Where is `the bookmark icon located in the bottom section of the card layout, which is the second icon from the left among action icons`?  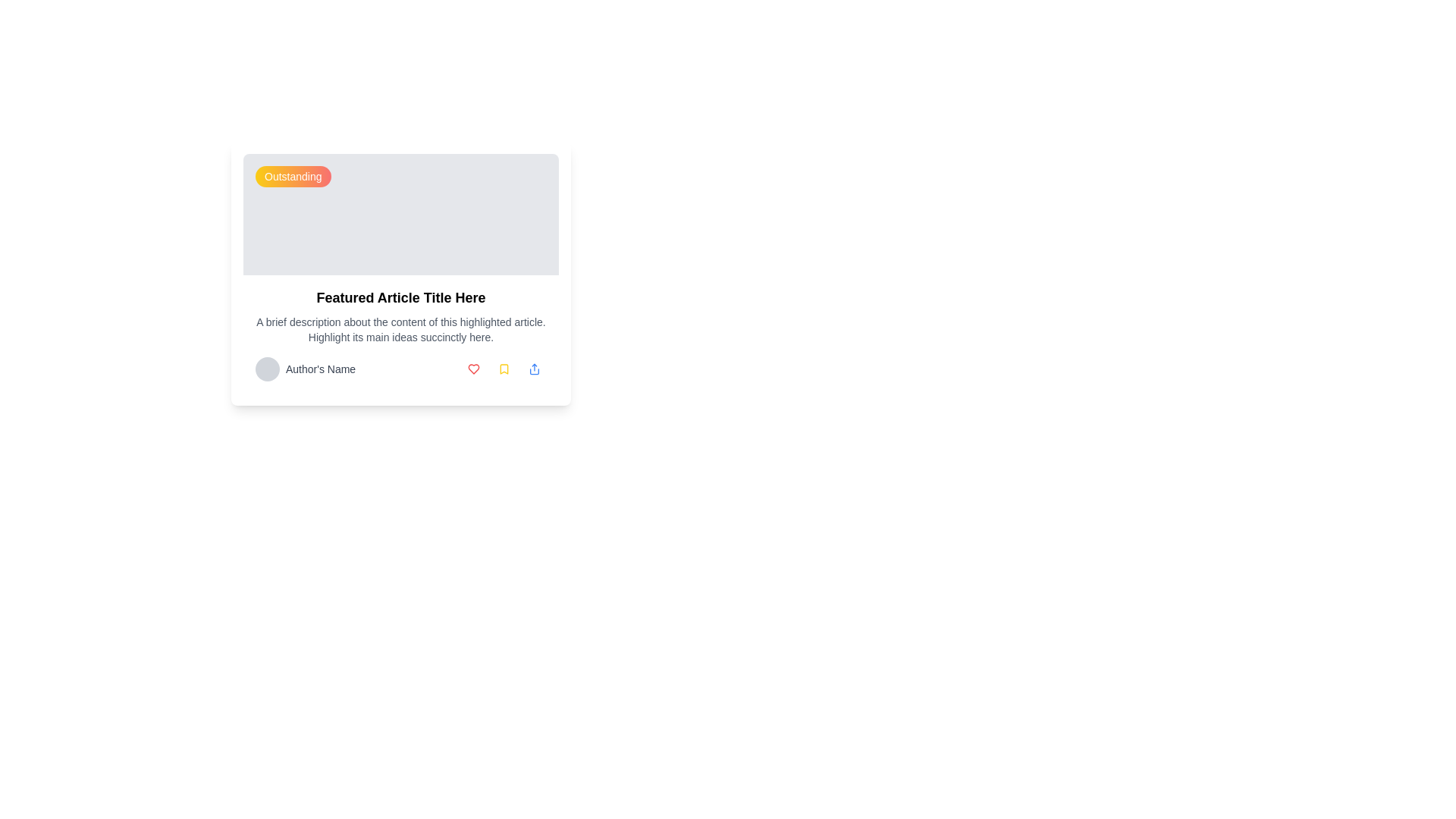
the bookmark icon located in the bottom section of the card layout, which is the second icon from the left among action icons is located at coordinates (504, 369).